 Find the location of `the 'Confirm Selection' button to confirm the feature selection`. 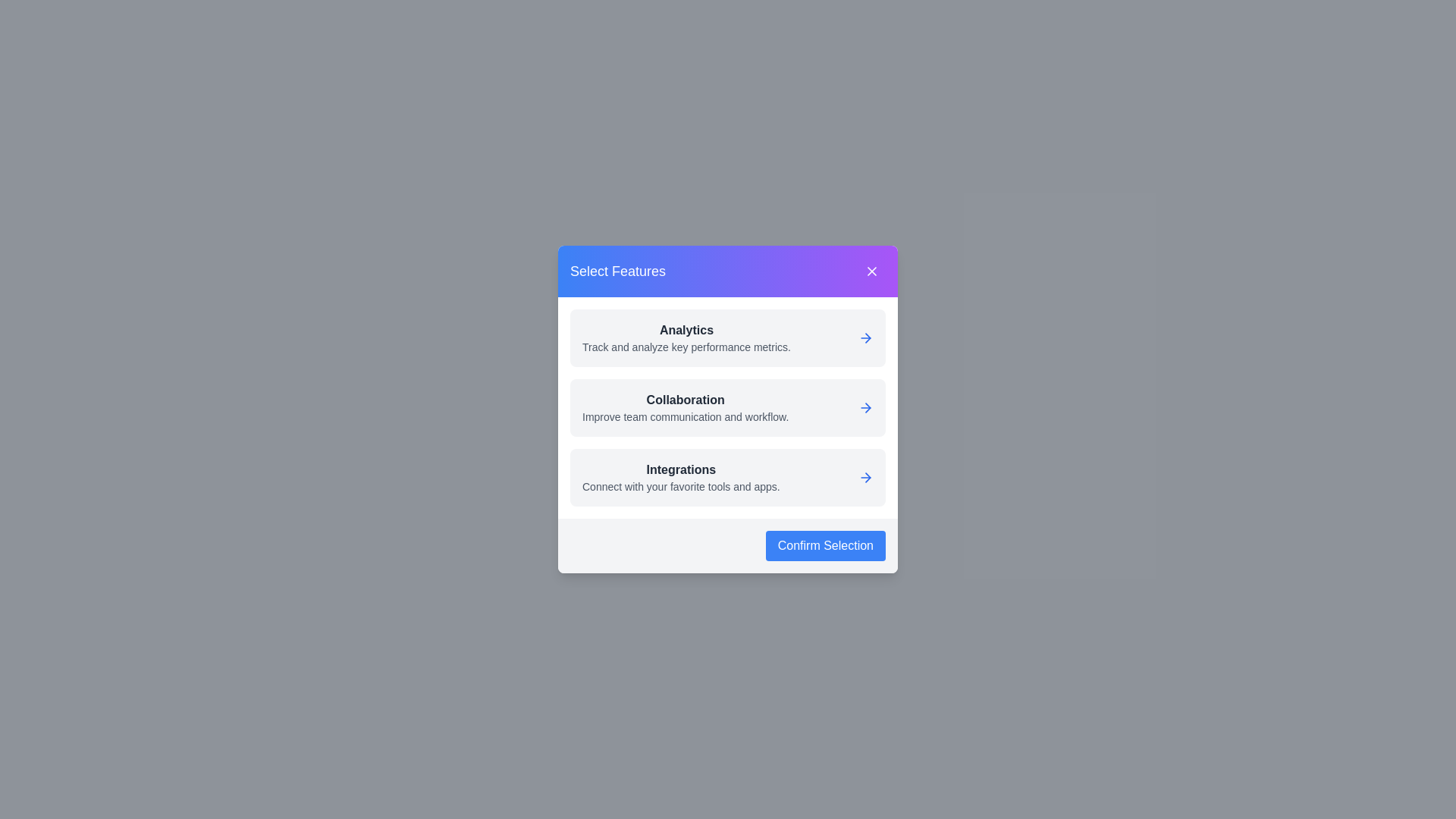

the 'Confirm Selection' button to confirm the feature selection is located at coordinates (824, 546).